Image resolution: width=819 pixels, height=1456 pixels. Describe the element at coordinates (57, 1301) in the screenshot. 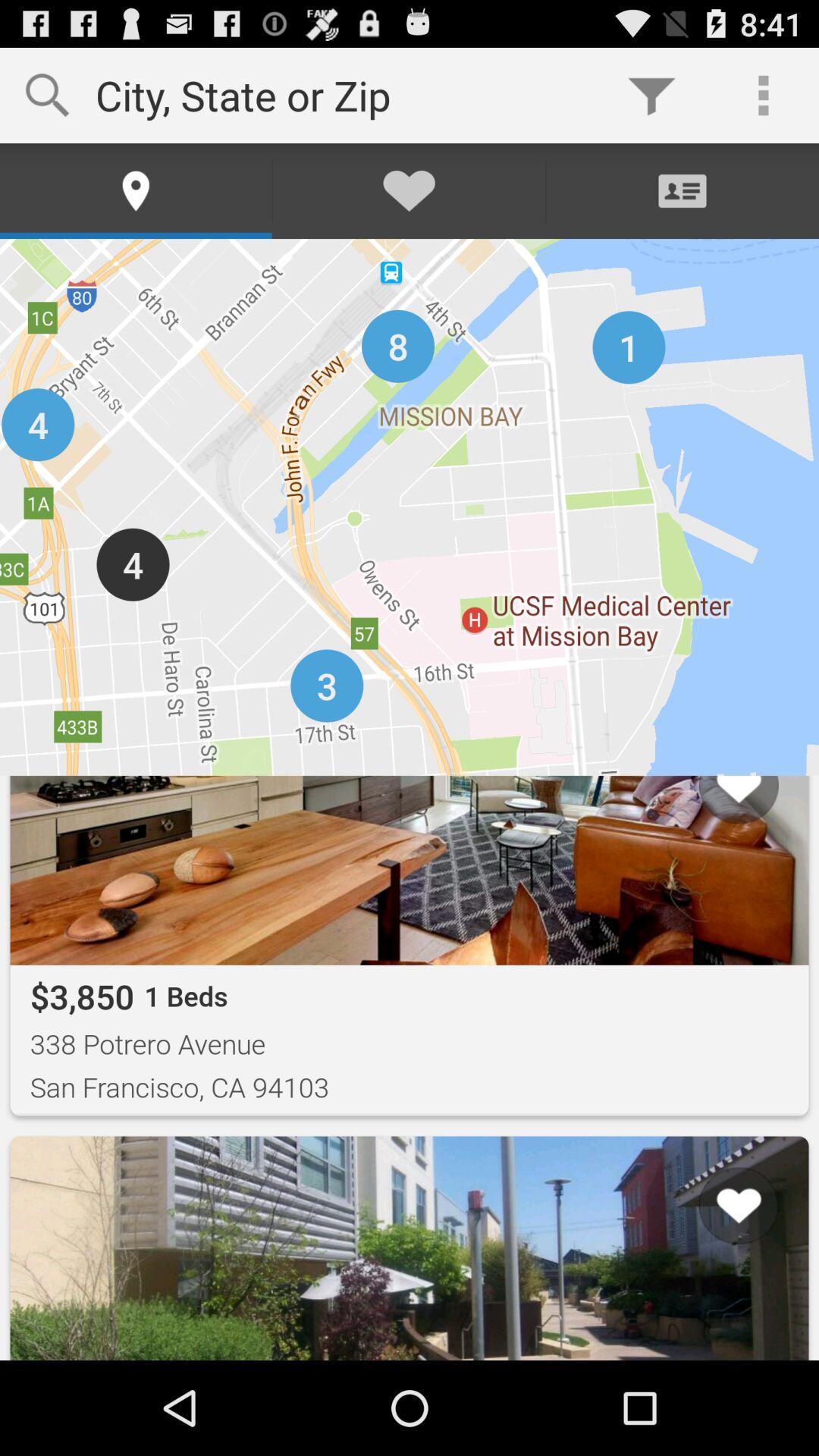

I see `the button next to list` at that location.